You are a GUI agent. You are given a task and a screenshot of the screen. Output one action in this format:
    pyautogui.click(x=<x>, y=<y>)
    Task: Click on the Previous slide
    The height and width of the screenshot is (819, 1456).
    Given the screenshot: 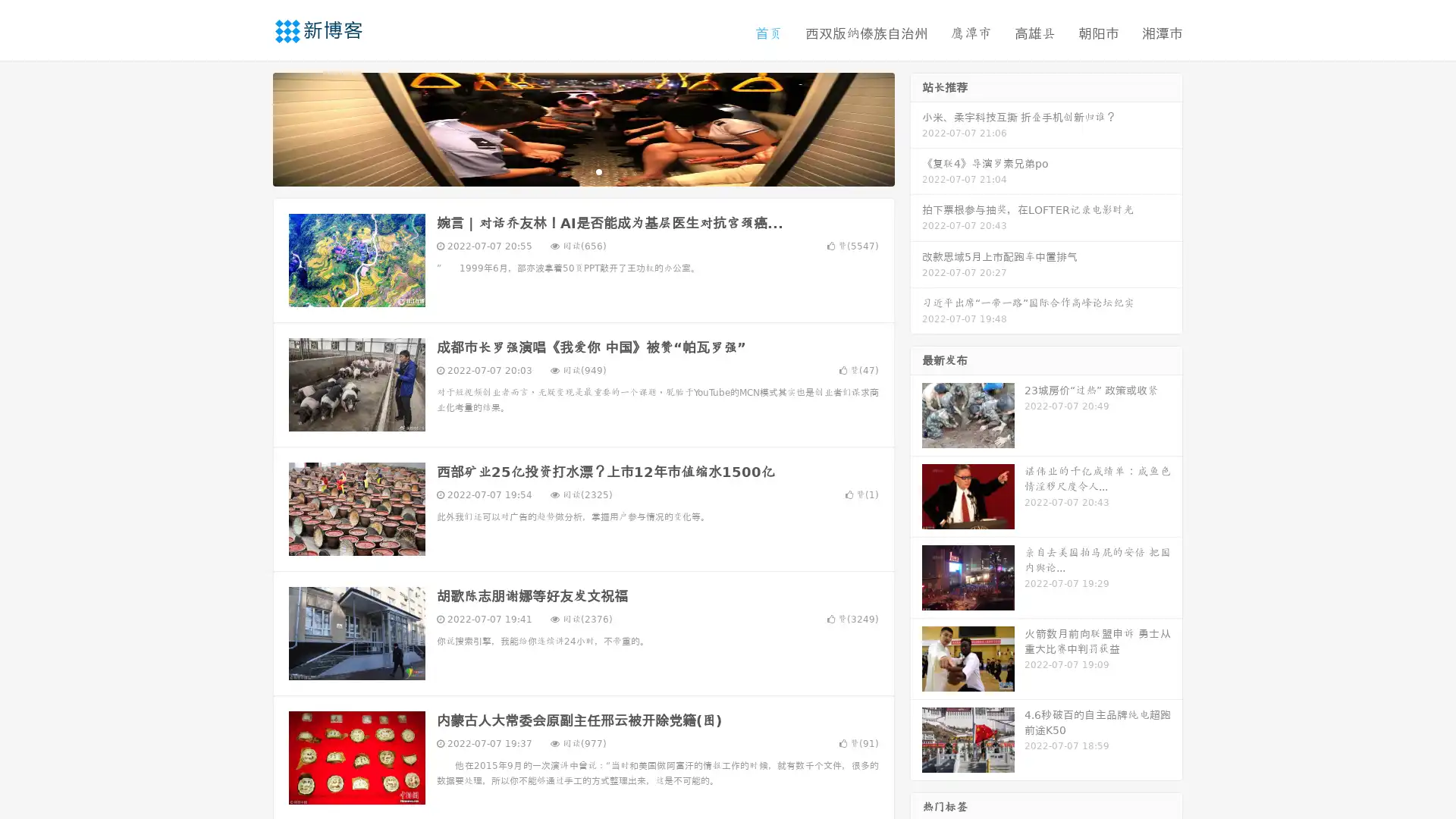 What is the action you would take?
    pyautogui.click(x=250, y=127)
    